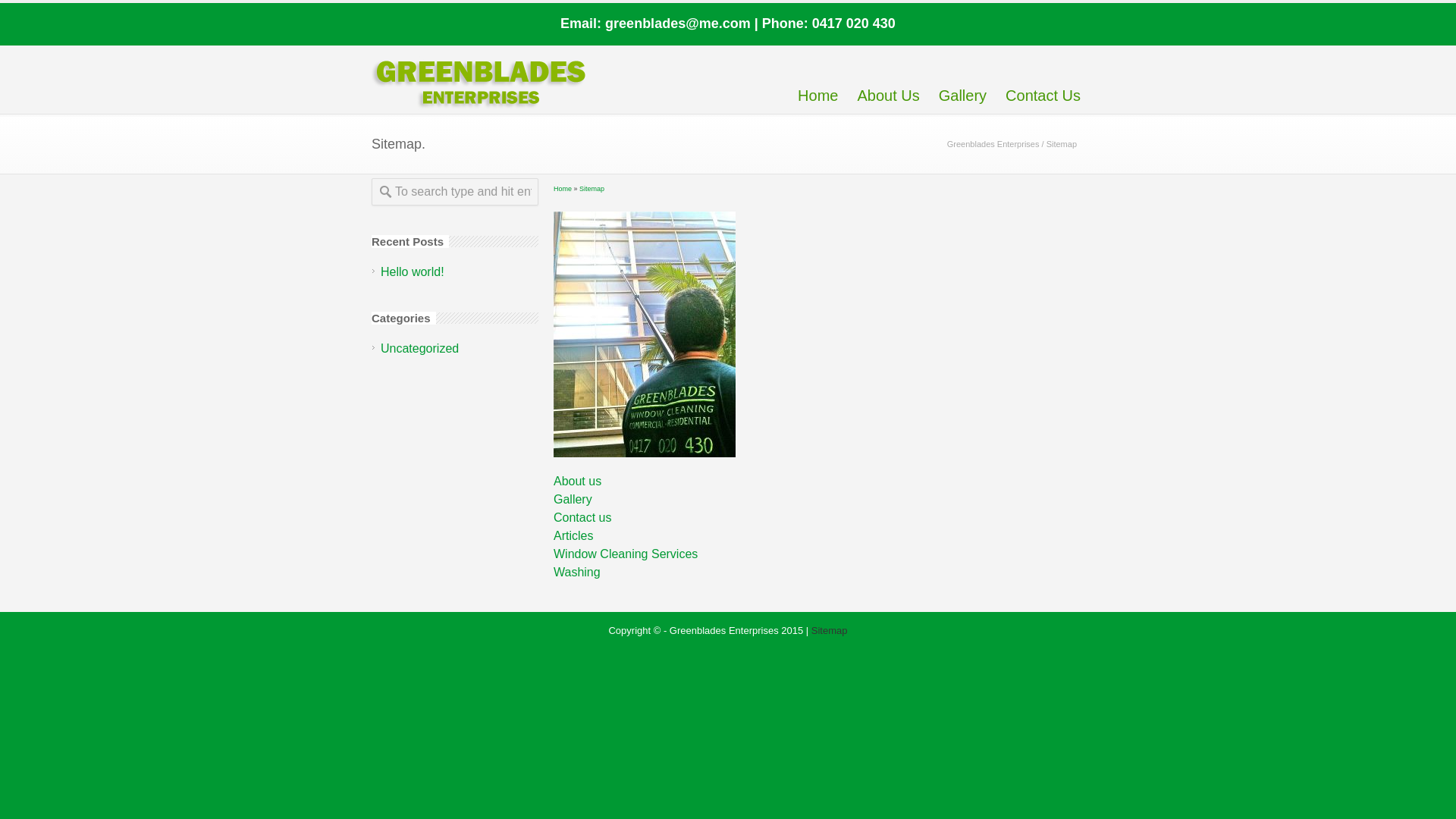 This screenshot has height=819, width=1456. Describe the element at coordinates (591, 188) in the screenshot. I see `'Sitemap'` at that location.